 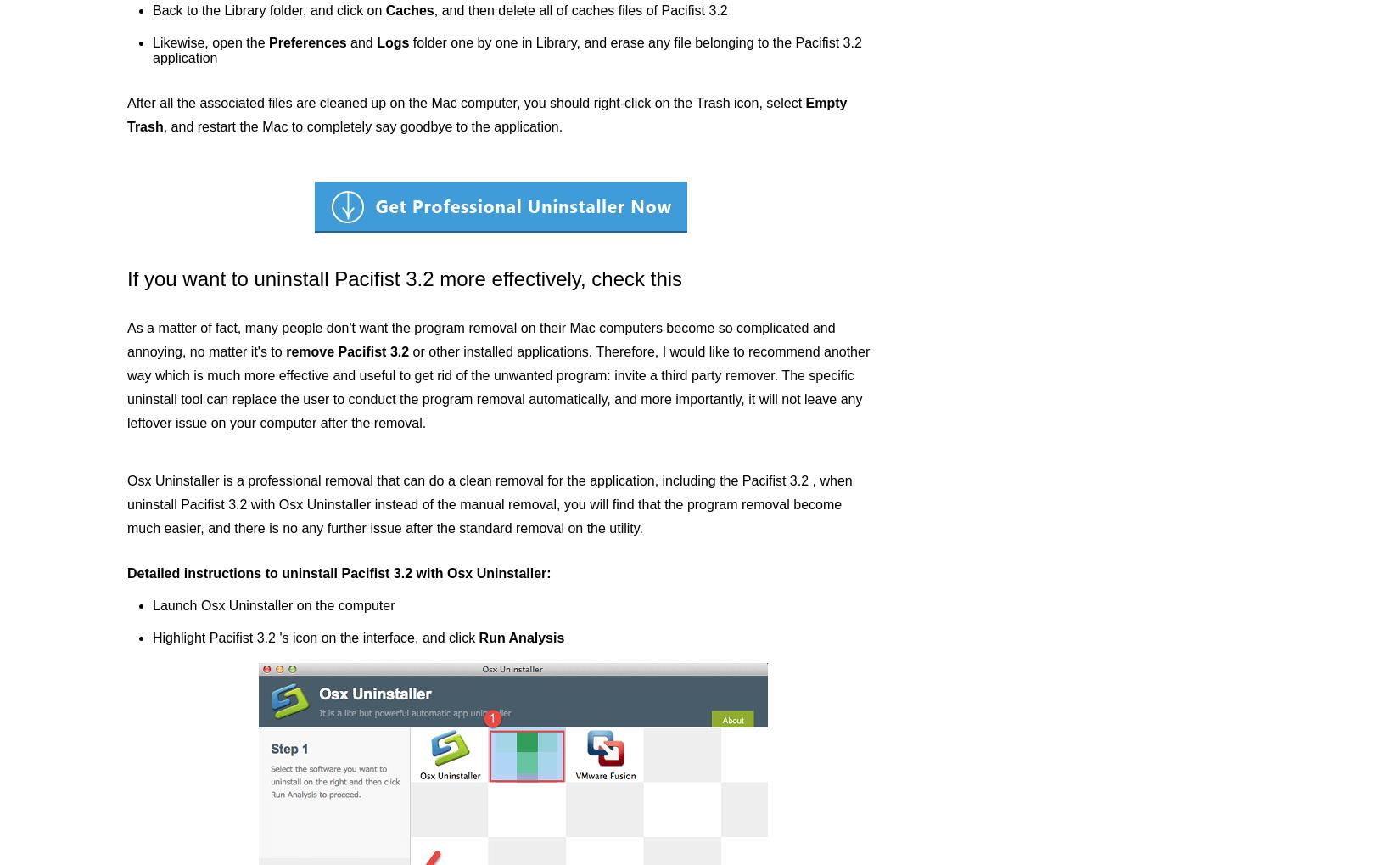 What do you see at coordinates (361, 126) in the screenshot?
I see `', and restart the Mac to completely say goodbye to the application.'` at bounding box center [361, 126].